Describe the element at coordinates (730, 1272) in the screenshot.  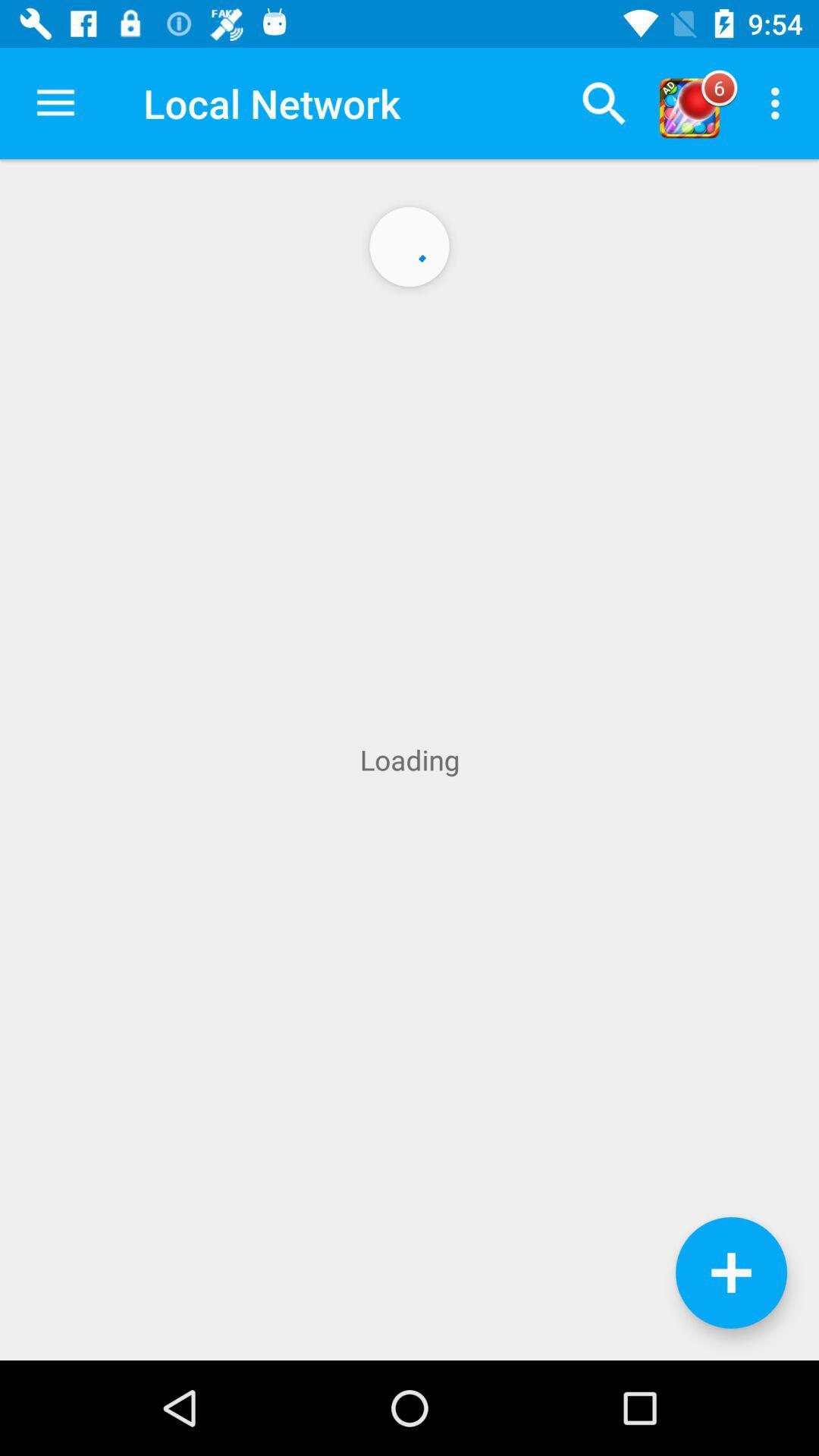
I see `information` at that location.